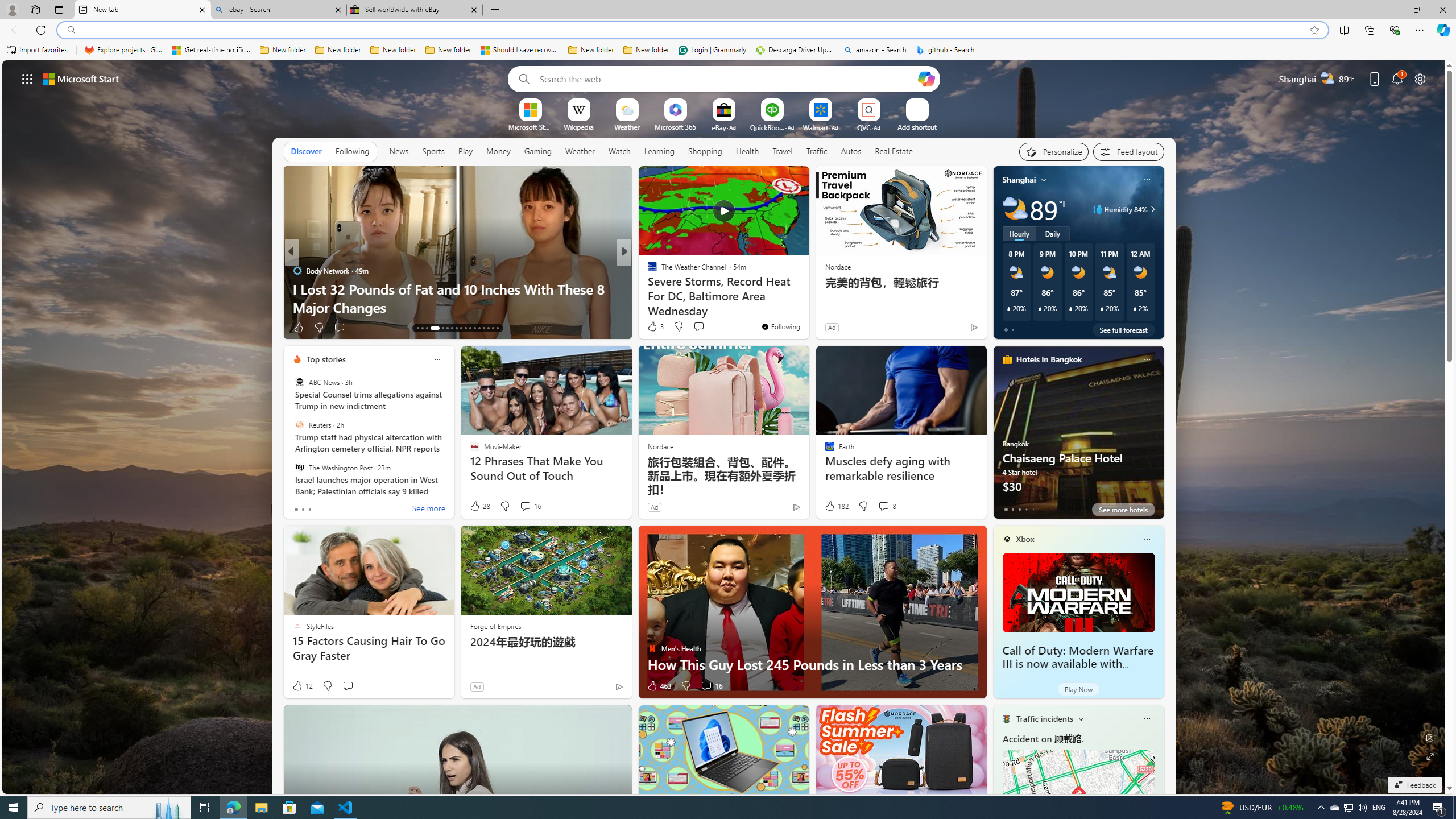 This screenshot has width=1456, height=819. Describe the element at coordinates (647, 288) in the screenshot. I see `'TheStreet'` at that location.